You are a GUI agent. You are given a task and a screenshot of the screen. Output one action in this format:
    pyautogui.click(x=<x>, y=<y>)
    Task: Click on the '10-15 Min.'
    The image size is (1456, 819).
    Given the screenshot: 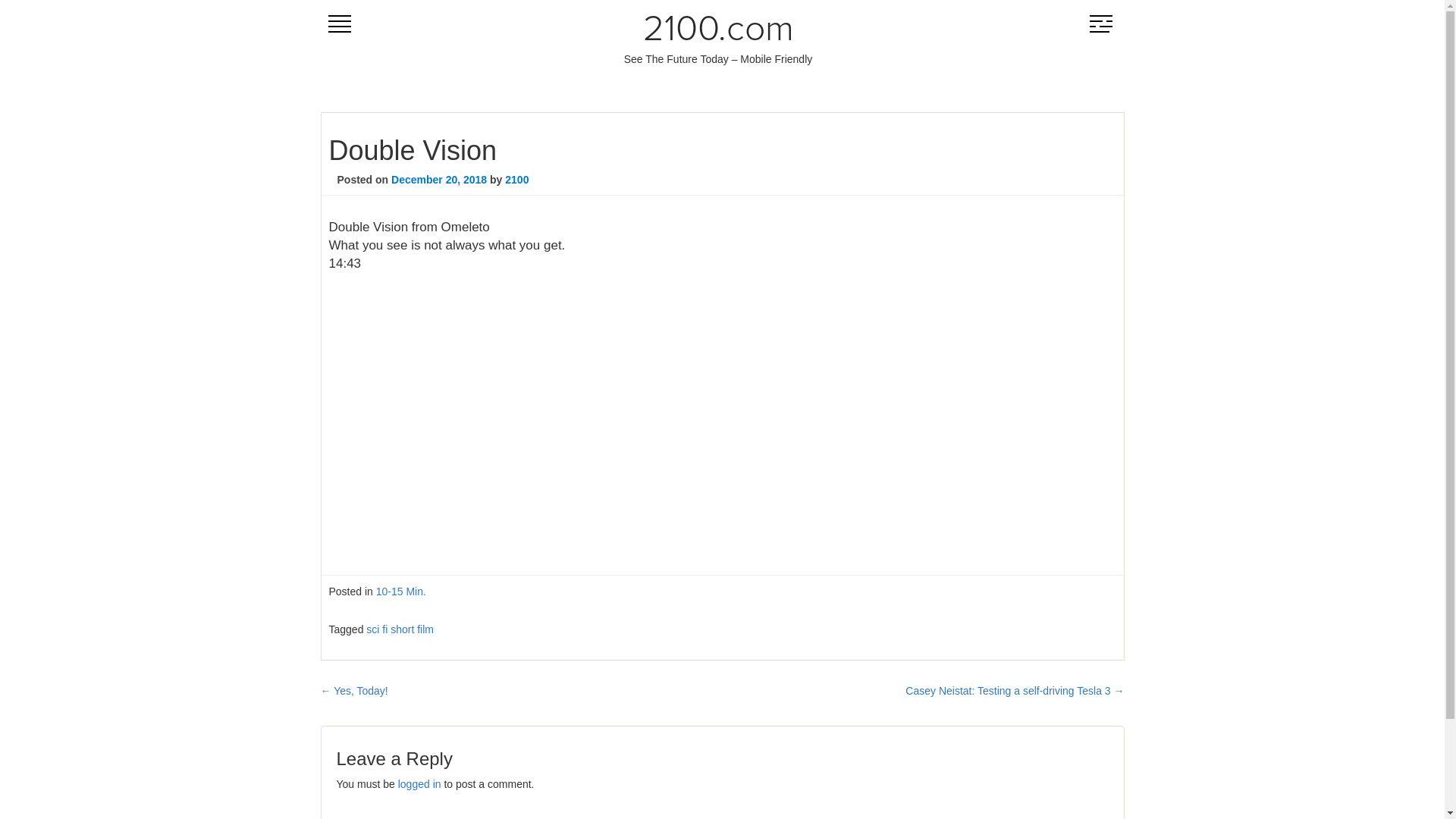 What is the action you would take?
    pyautogui.click(x=400, y=590)
    